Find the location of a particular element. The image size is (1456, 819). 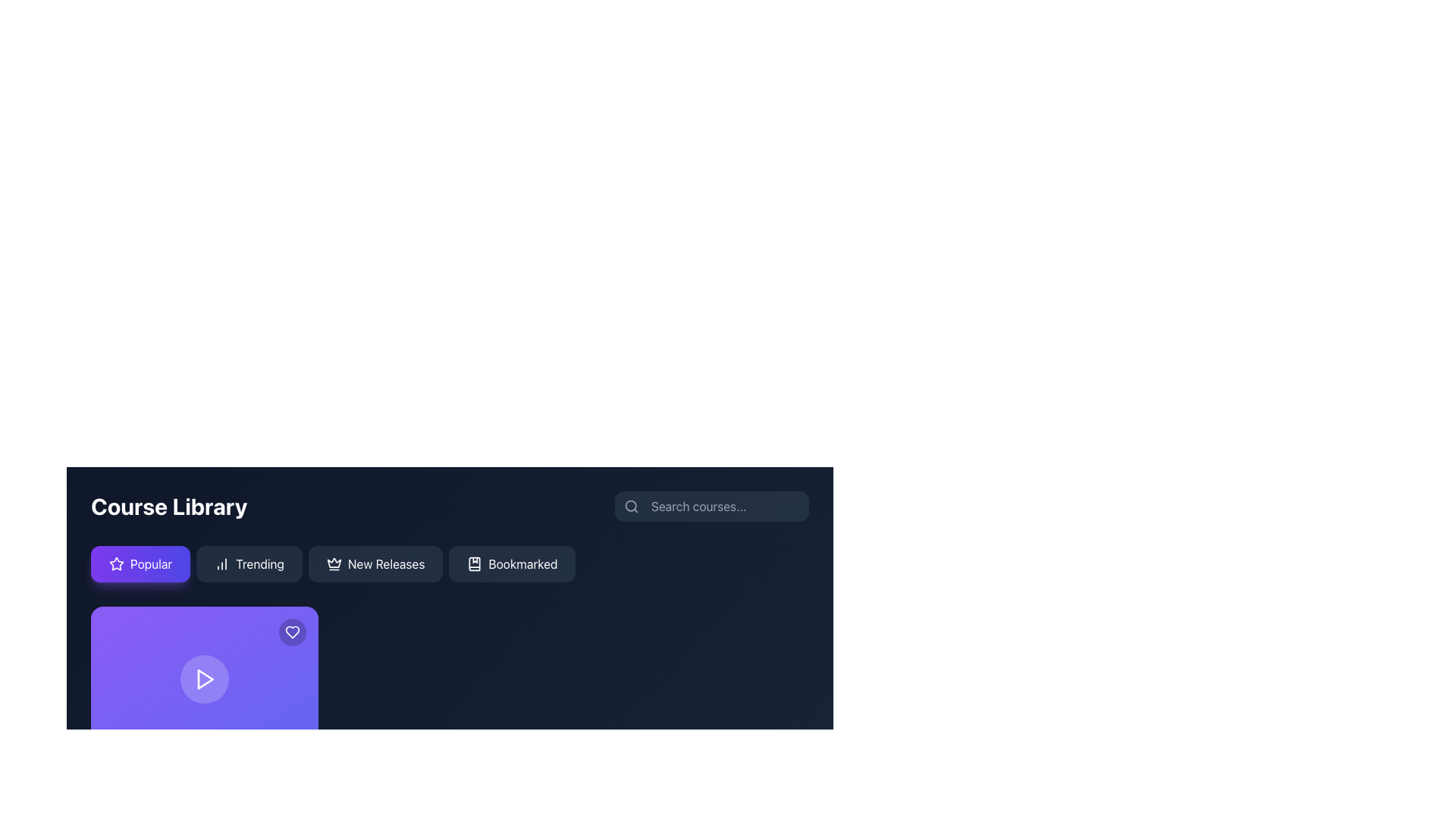

the star-shaped icon located inside the 'Popular' button, which is styled with a gradient from violet to indigo and has a shadow effect is located at coordinates (115, 564).